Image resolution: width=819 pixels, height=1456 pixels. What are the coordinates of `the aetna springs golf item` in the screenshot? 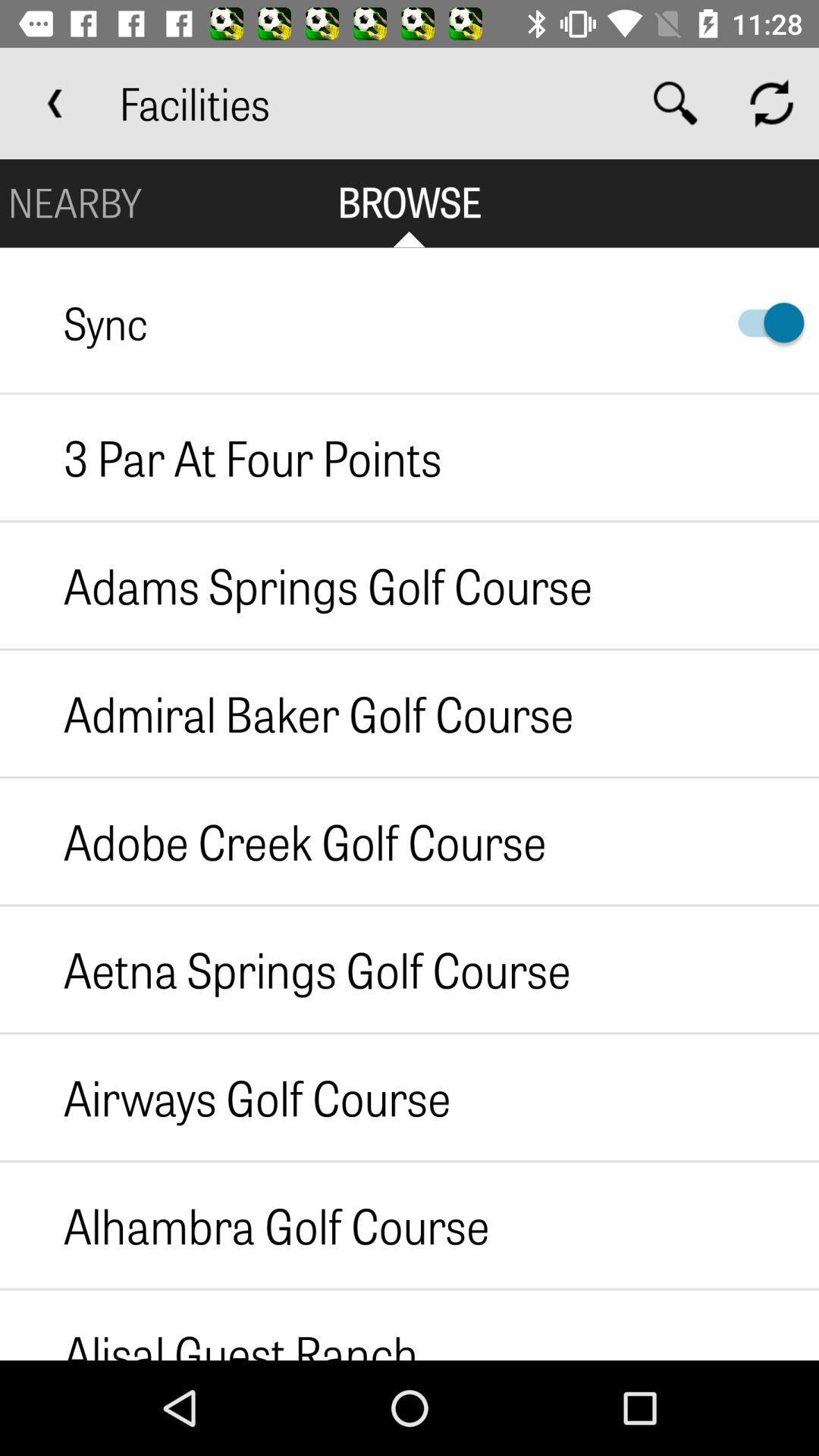 It's located at (285, 968).